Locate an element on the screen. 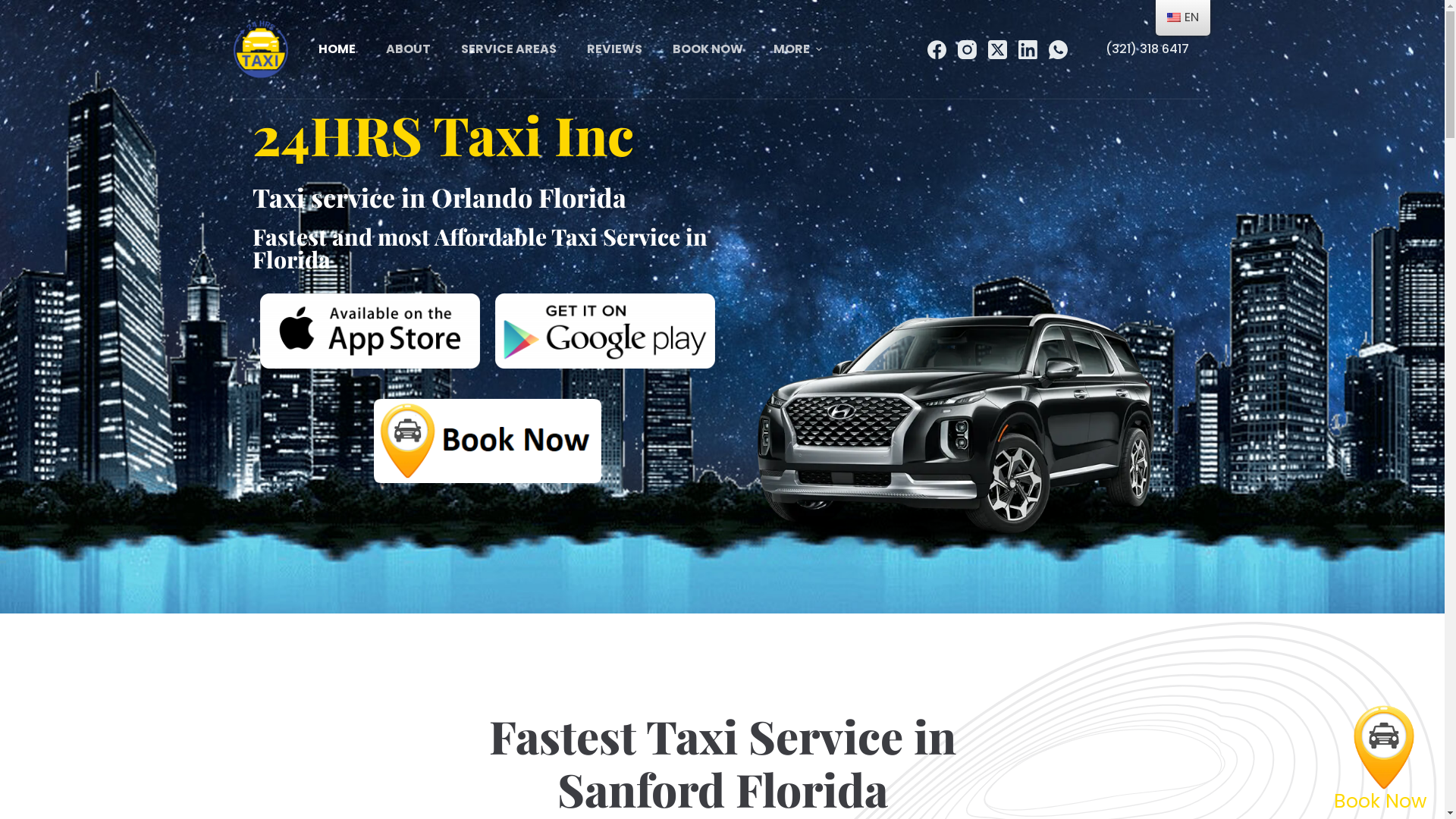  'Skip to content' is located at coordinates (14, 8).